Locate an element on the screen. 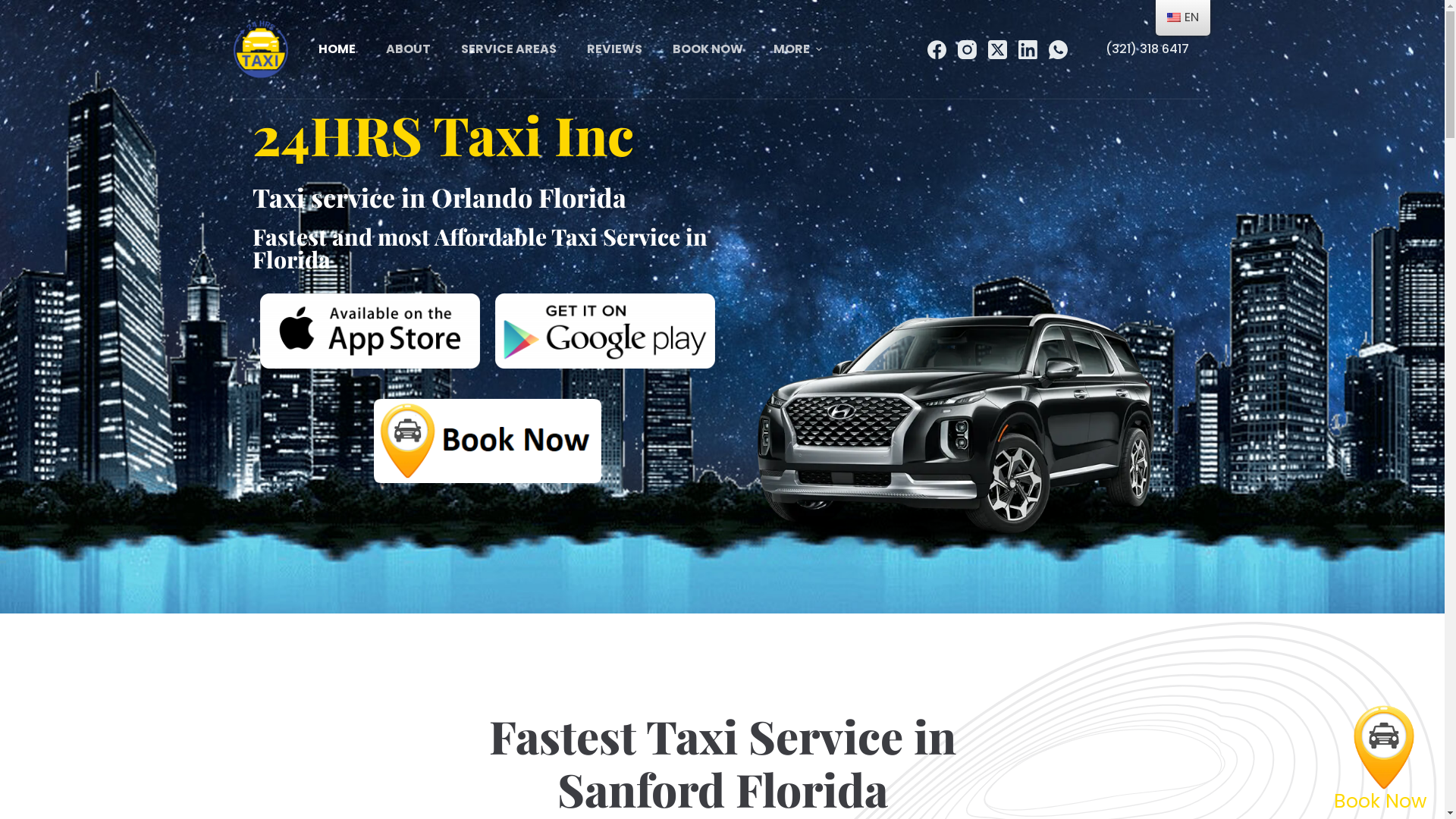  'Skip to content' is located at coordinates (14, 8).